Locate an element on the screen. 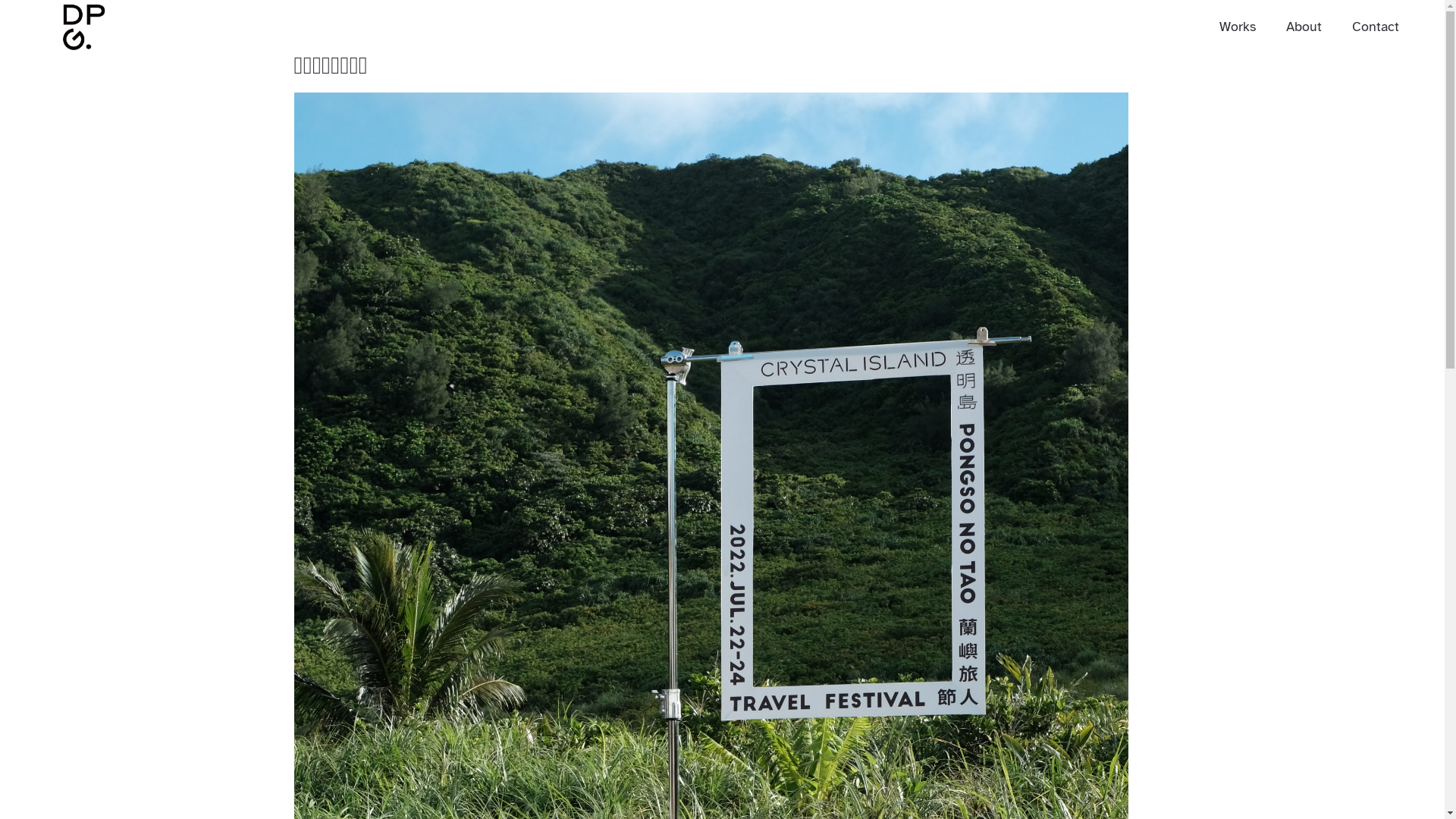  'Works' is located at coordinates (1238, 26).